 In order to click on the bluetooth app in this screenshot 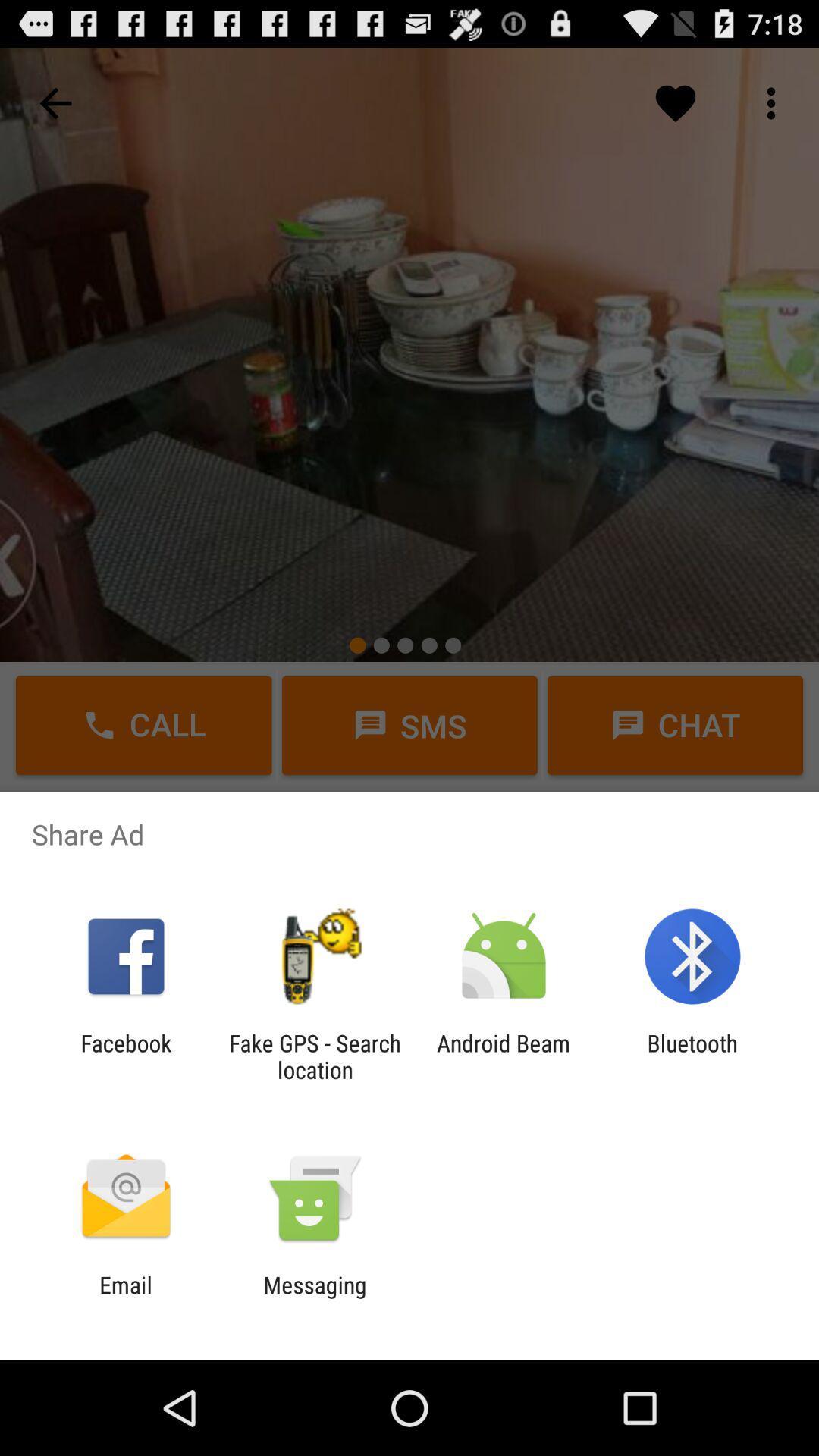, I will do `click(692, 1056)`.